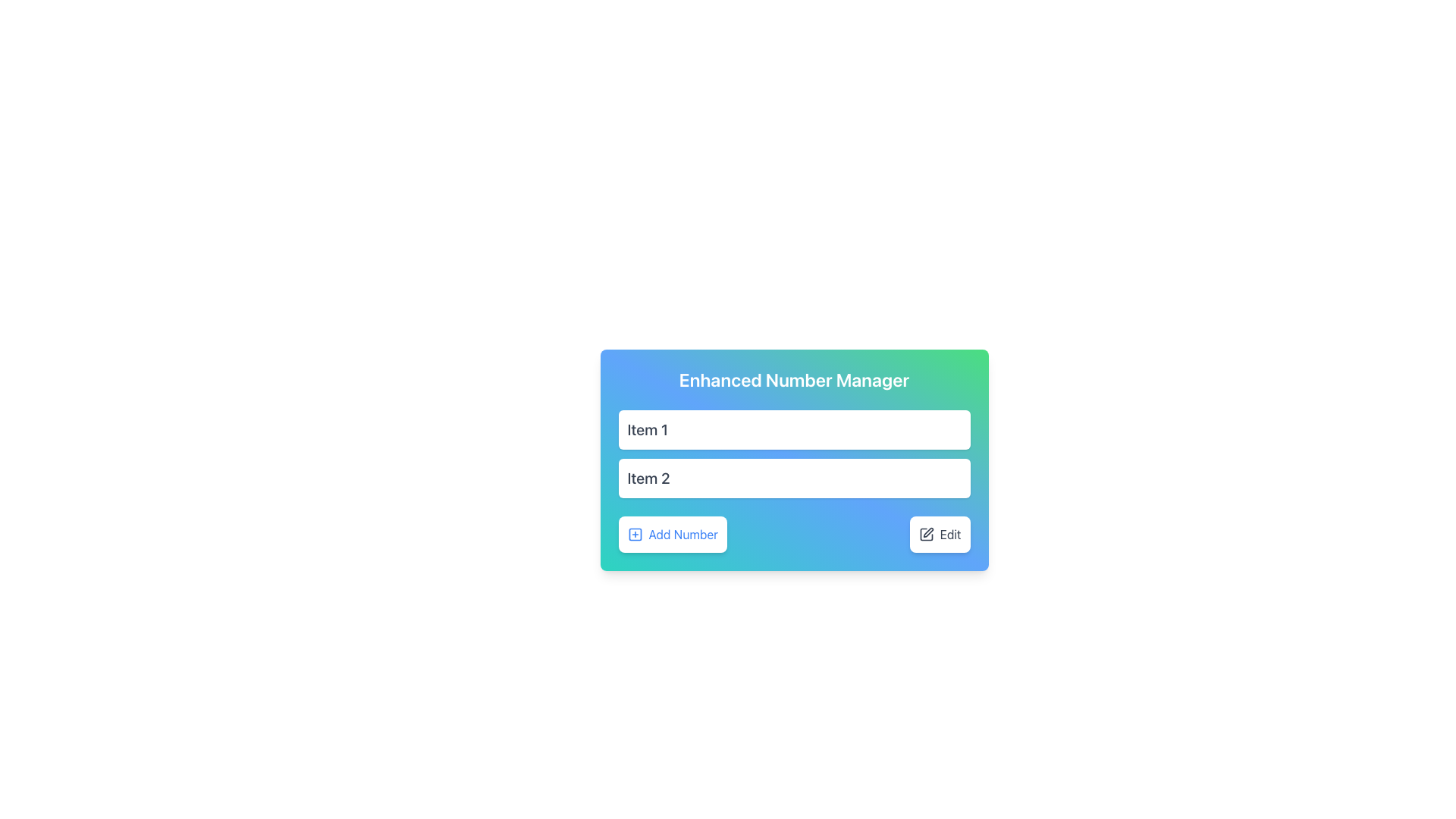  What do you see at coordinates (927, 532) in the screenshot?
I see `the 'Edit' button containing the pen icon located in the bottom-right corner of the card interface` at bounding box center [927, 532].